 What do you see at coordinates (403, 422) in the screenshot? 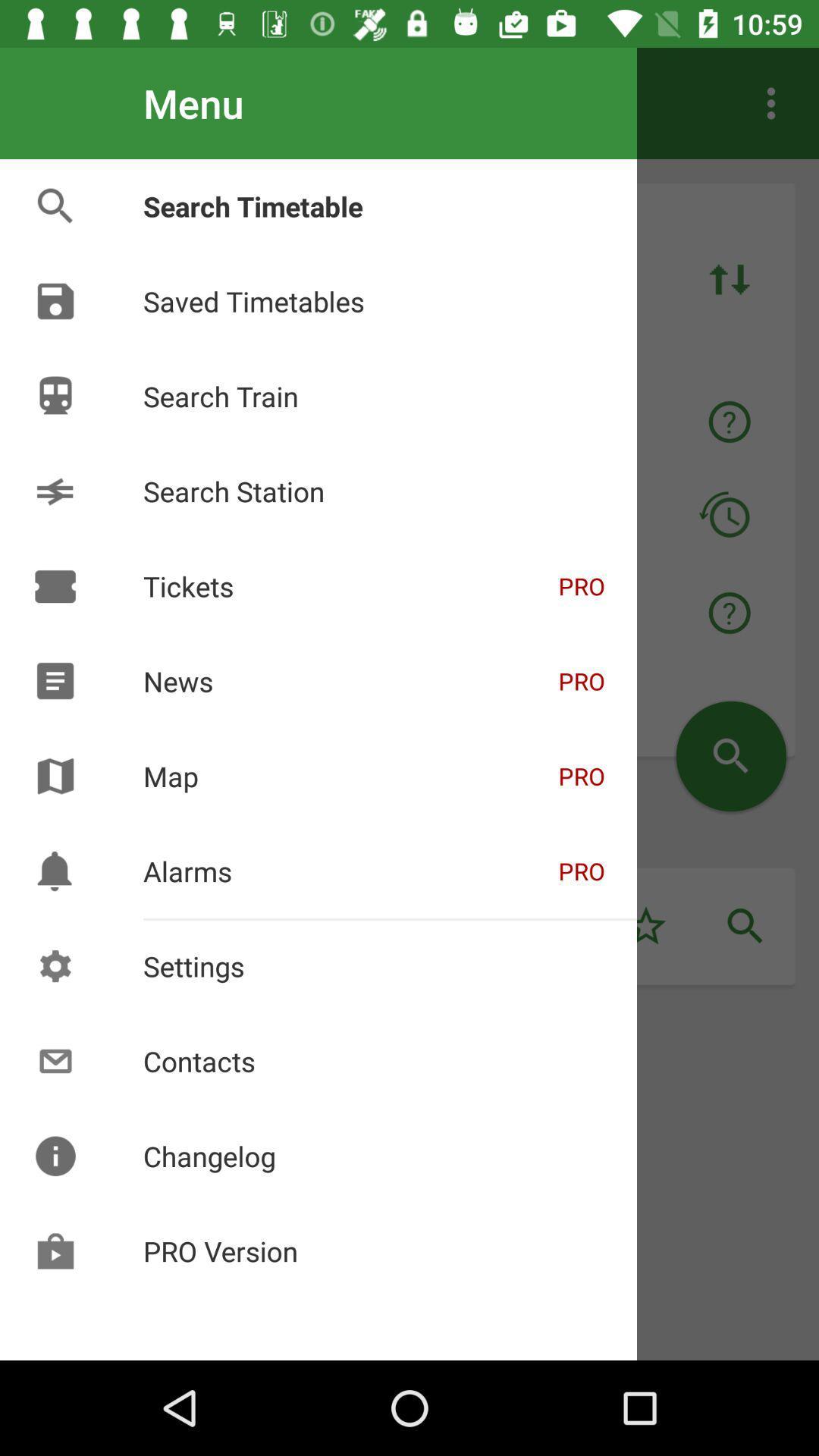
I see `text right to the train icon` at bounding box center [403, 422].